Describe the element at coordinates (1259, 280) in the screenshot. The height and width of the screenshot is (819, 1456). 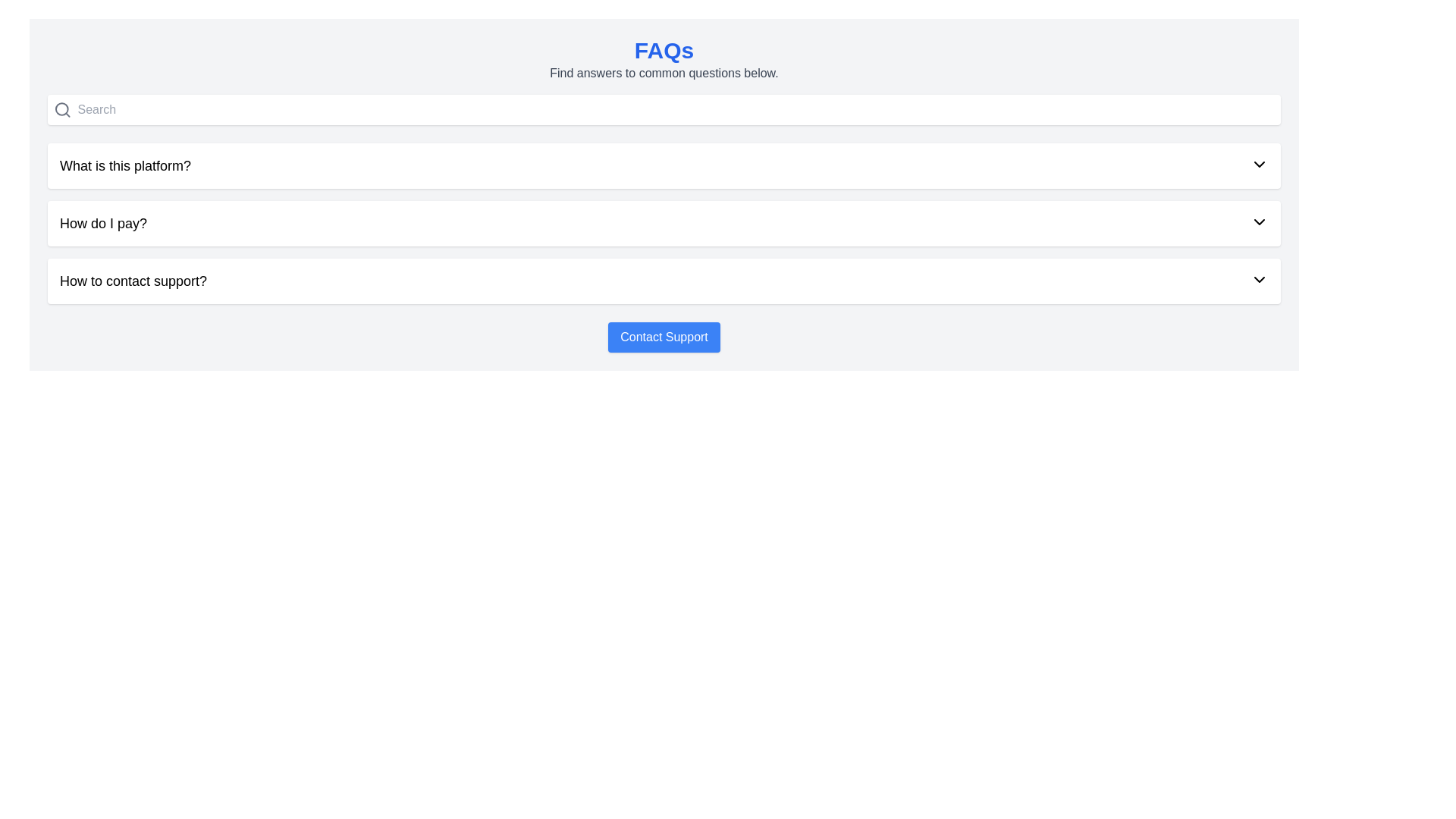
I see `the chevron icon aligned to the far right of the row associated with the text 'How to contact support?'` at that location.